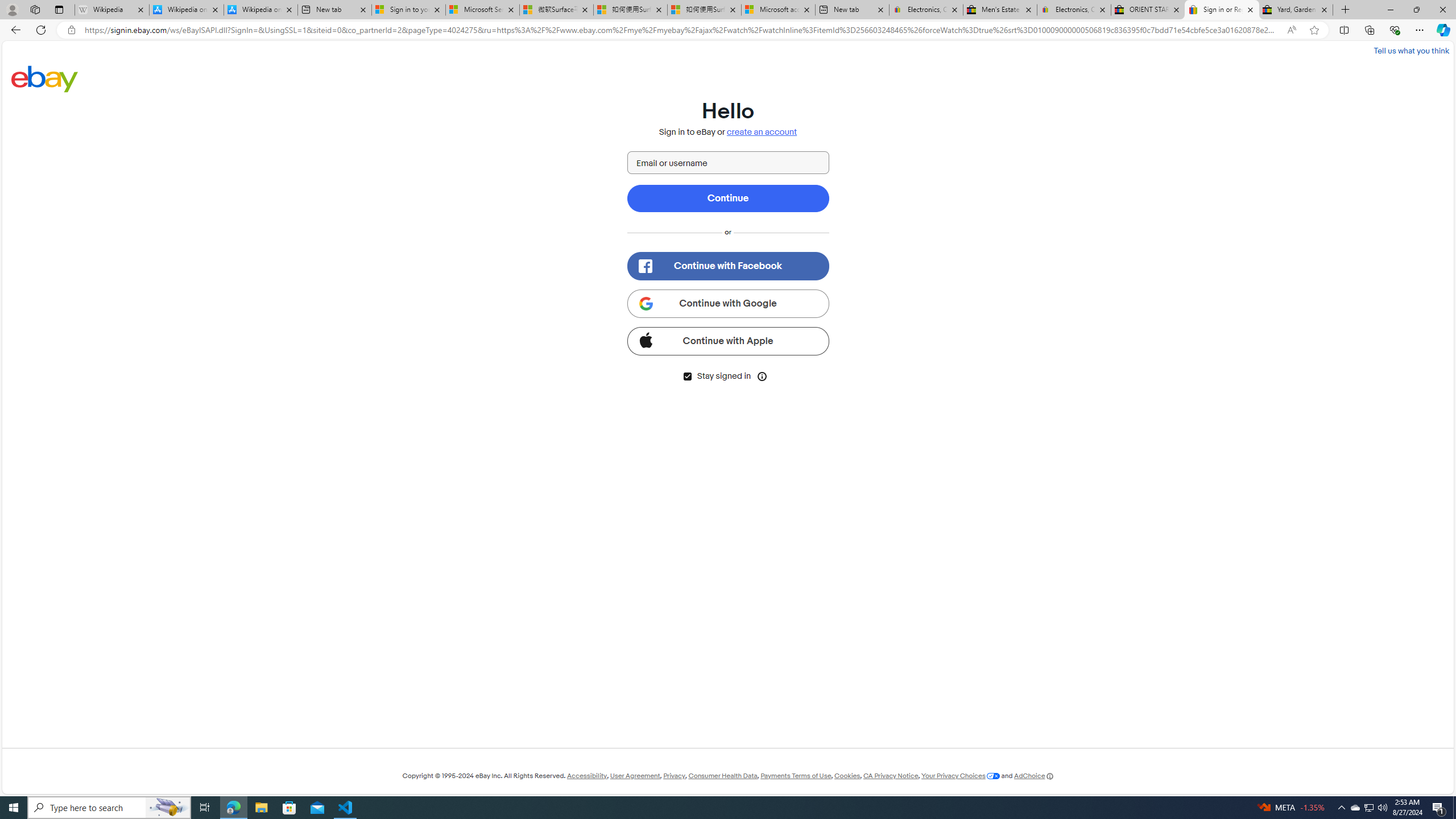 The height and width of the screenshot is (819, 1456). What do you see at coordinates (795, 775) in the screenshot?
I see `'Payments Terms of Use'` at bounding box center [795, 775].